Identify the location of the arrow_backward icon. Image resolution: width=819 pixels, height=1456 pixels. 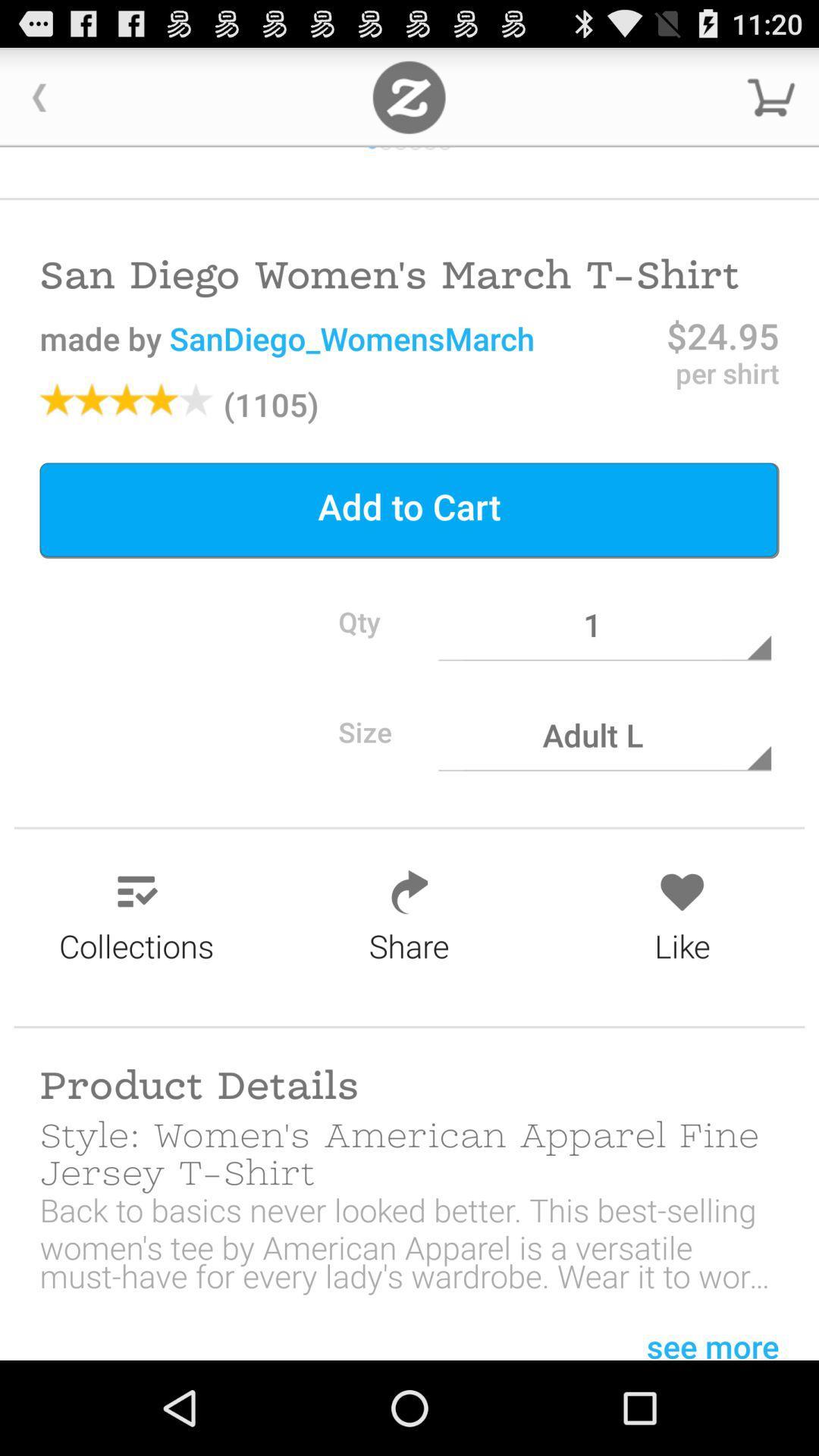
(39, 103).